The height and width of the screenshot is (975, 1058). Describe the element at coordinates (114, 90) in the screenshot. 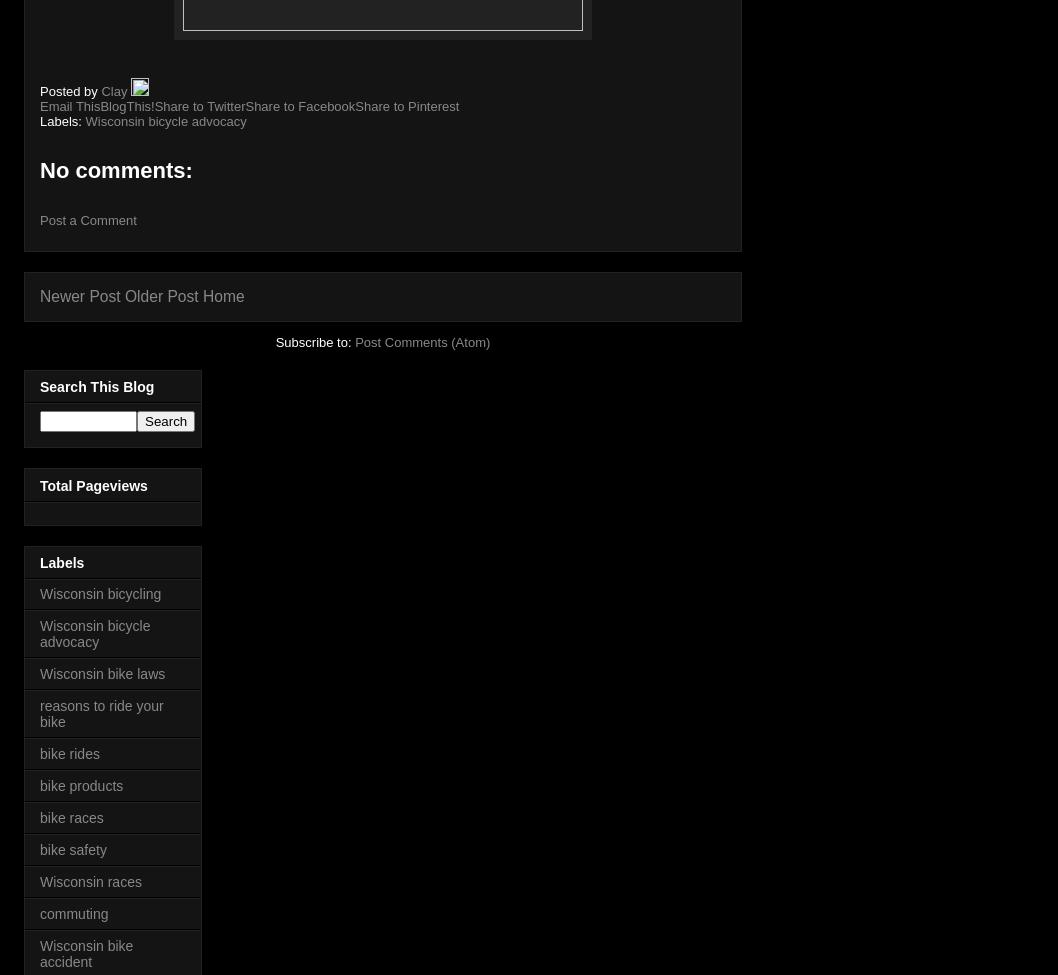

I see `'Clay'` at that location.